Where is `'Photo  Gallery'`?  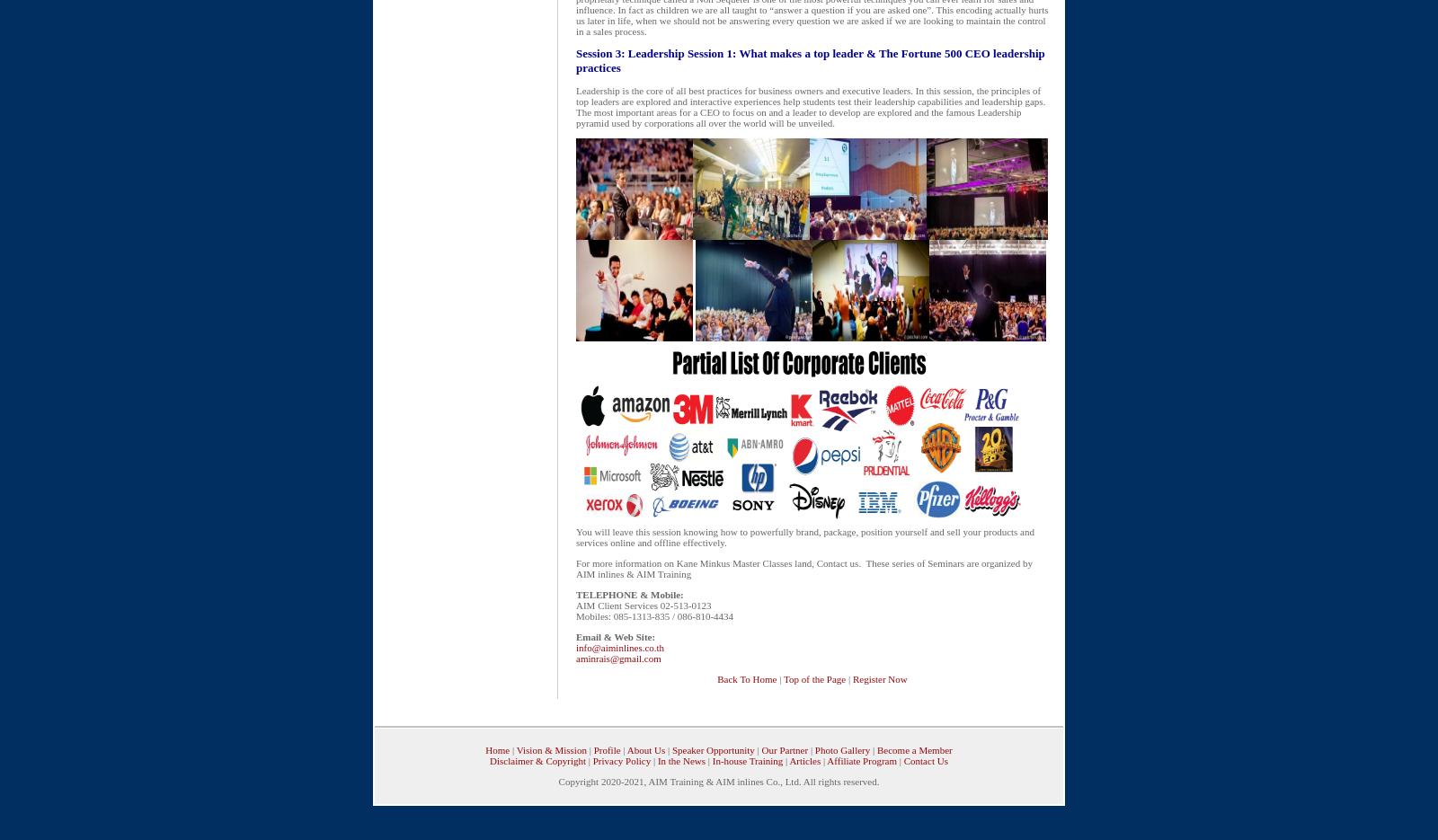
'Photo  Gallery' is located at coordinates (813, 749).